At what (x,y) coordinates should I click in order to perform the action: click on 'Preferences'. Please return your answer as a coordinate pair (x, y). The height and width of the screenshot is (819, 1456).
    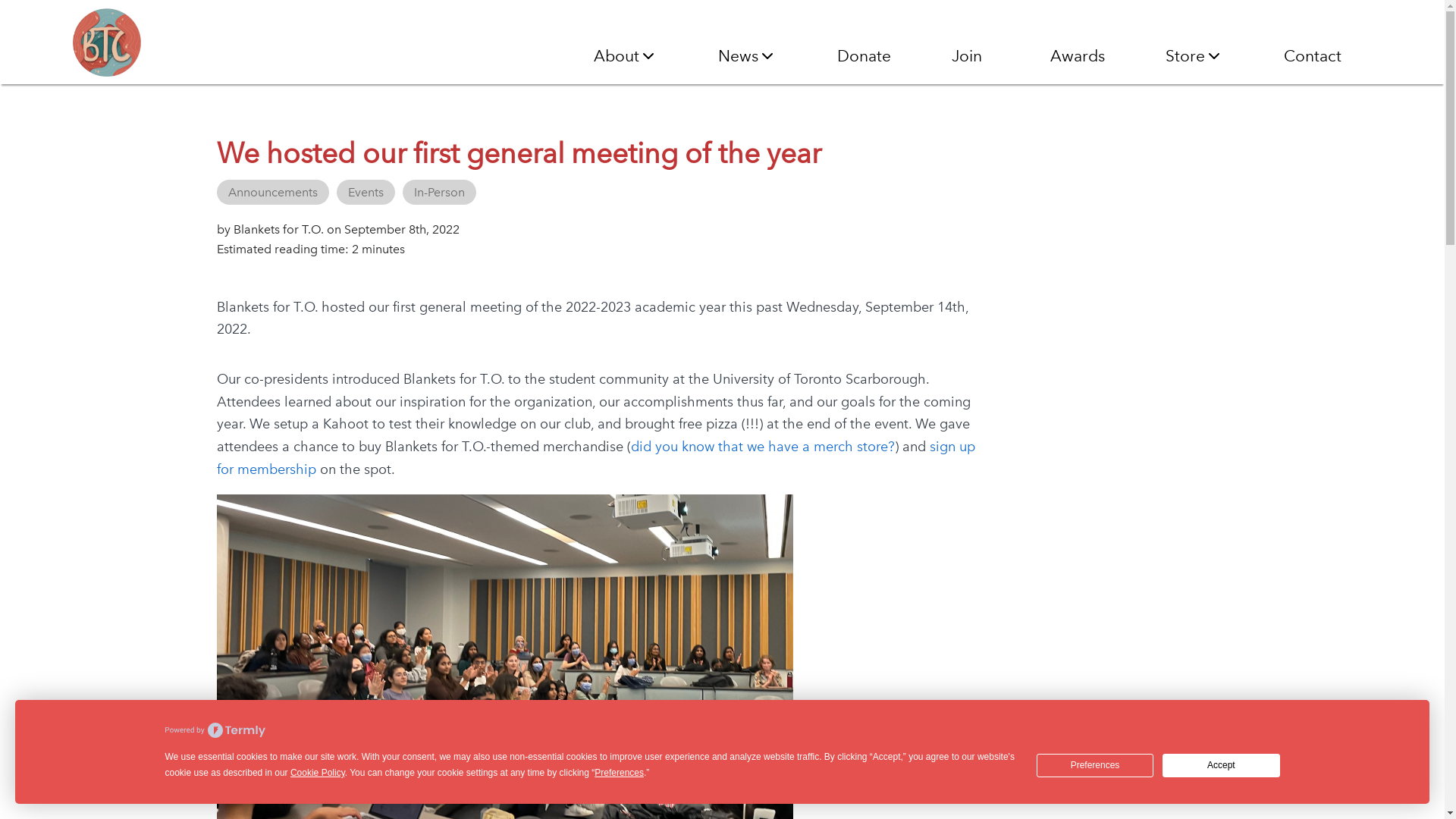
    Looking at the image, I should click on (1095, 765).